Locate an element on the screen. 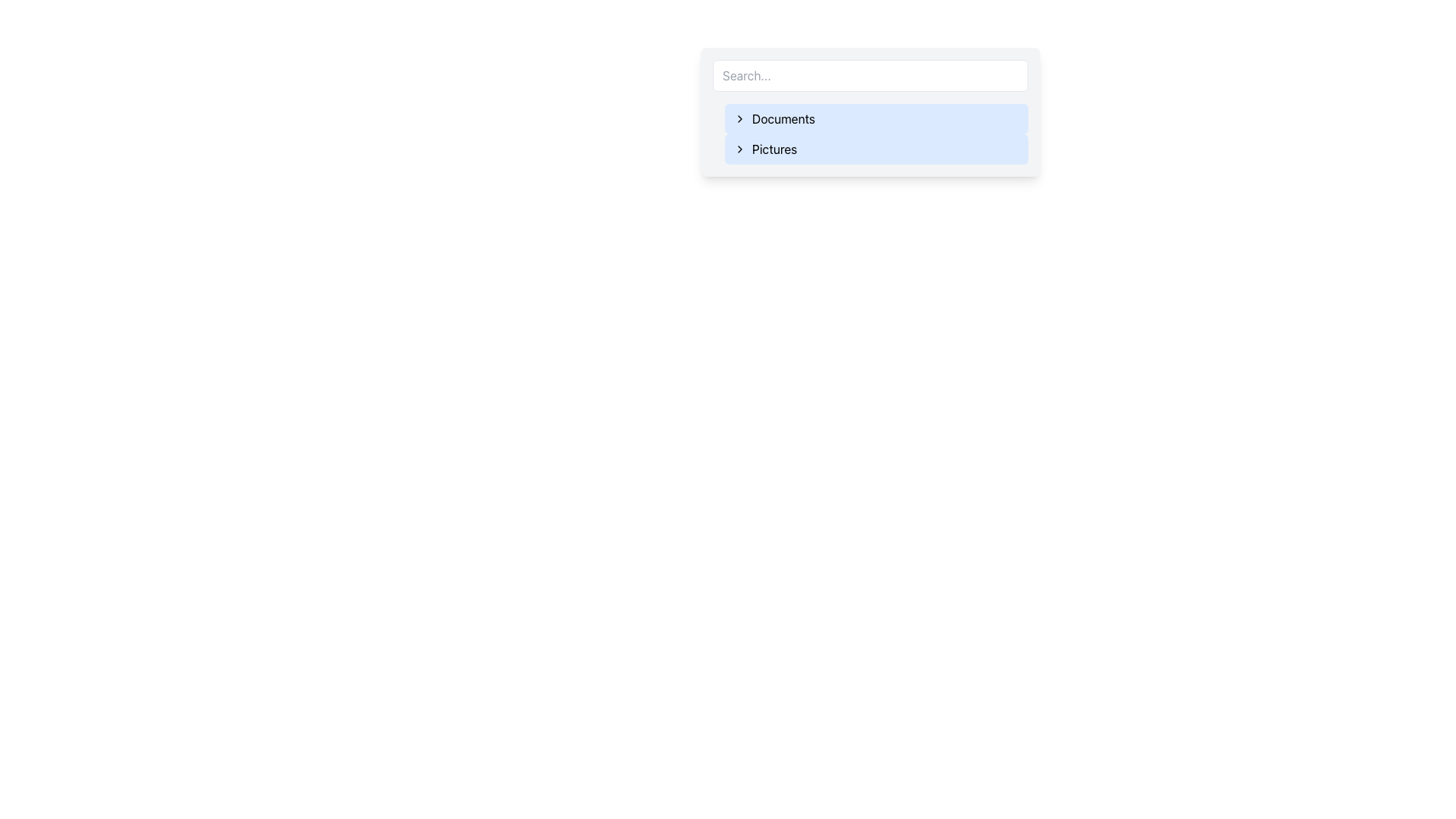  the navigational icon located to the left of the 'Documents' label, which has a blue background and rounded corners is located at coordinates (739, 118).